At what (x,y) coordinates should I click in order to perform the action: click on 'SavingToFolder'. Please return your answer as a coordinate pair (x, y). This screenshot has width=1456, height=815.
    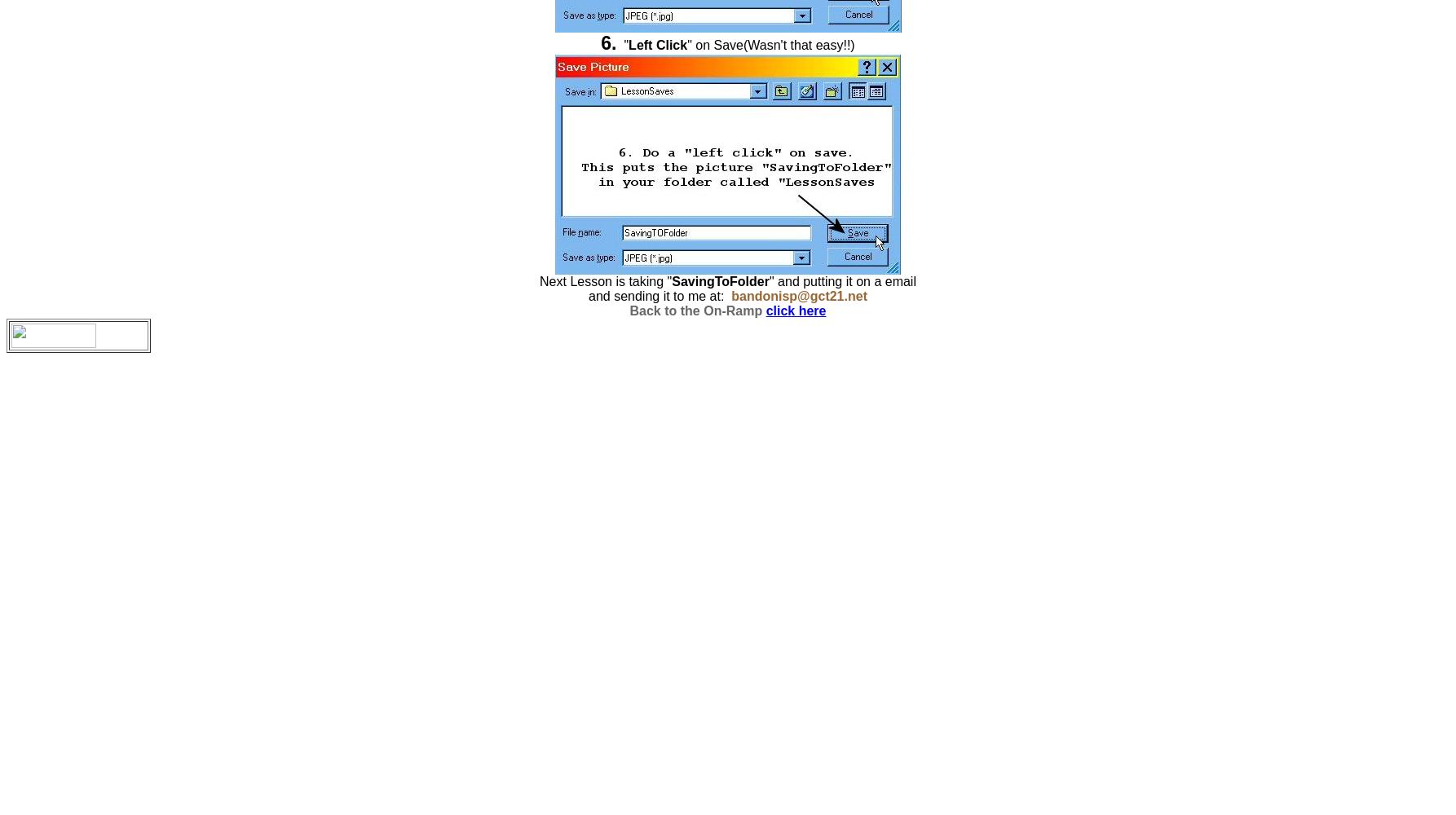
    Looking at the image, I should click on (719, 280).